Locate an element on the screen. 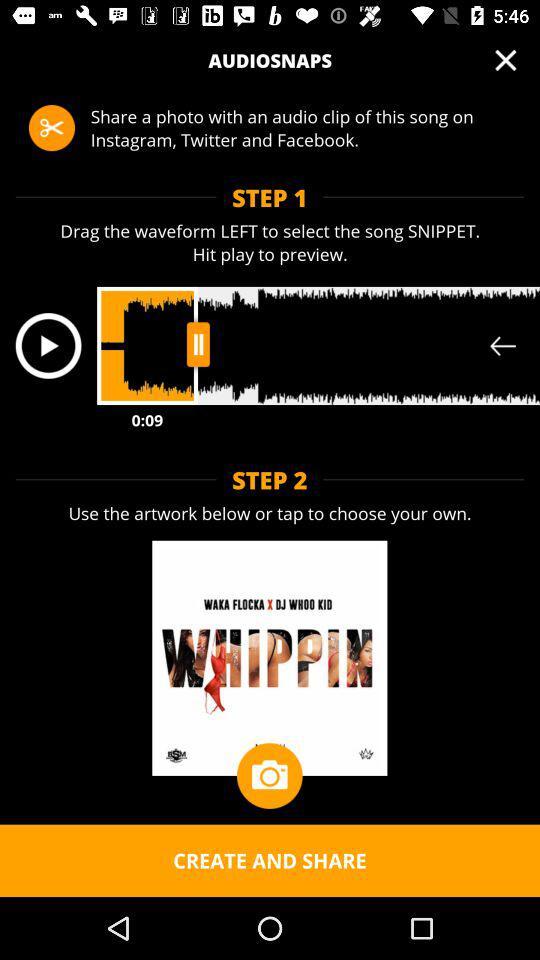  the close icon is located at coordinates (504, 59).